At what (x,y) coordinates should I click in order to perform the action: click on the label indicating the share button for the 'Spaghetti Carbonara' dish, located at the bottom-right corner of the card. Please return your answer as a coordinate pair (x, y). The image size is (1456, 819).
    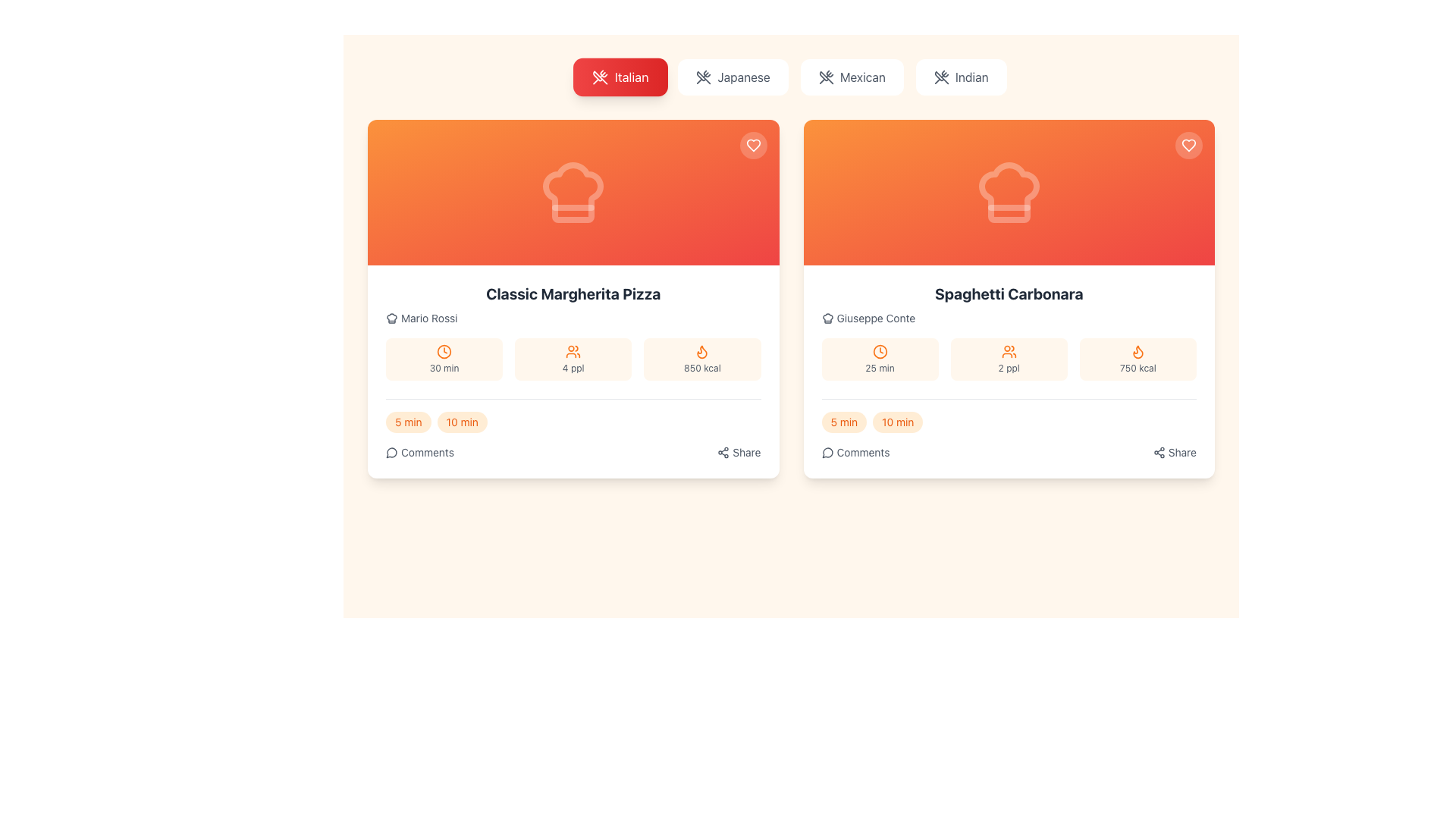
    Looking at the image, I should click on (1181, 452).